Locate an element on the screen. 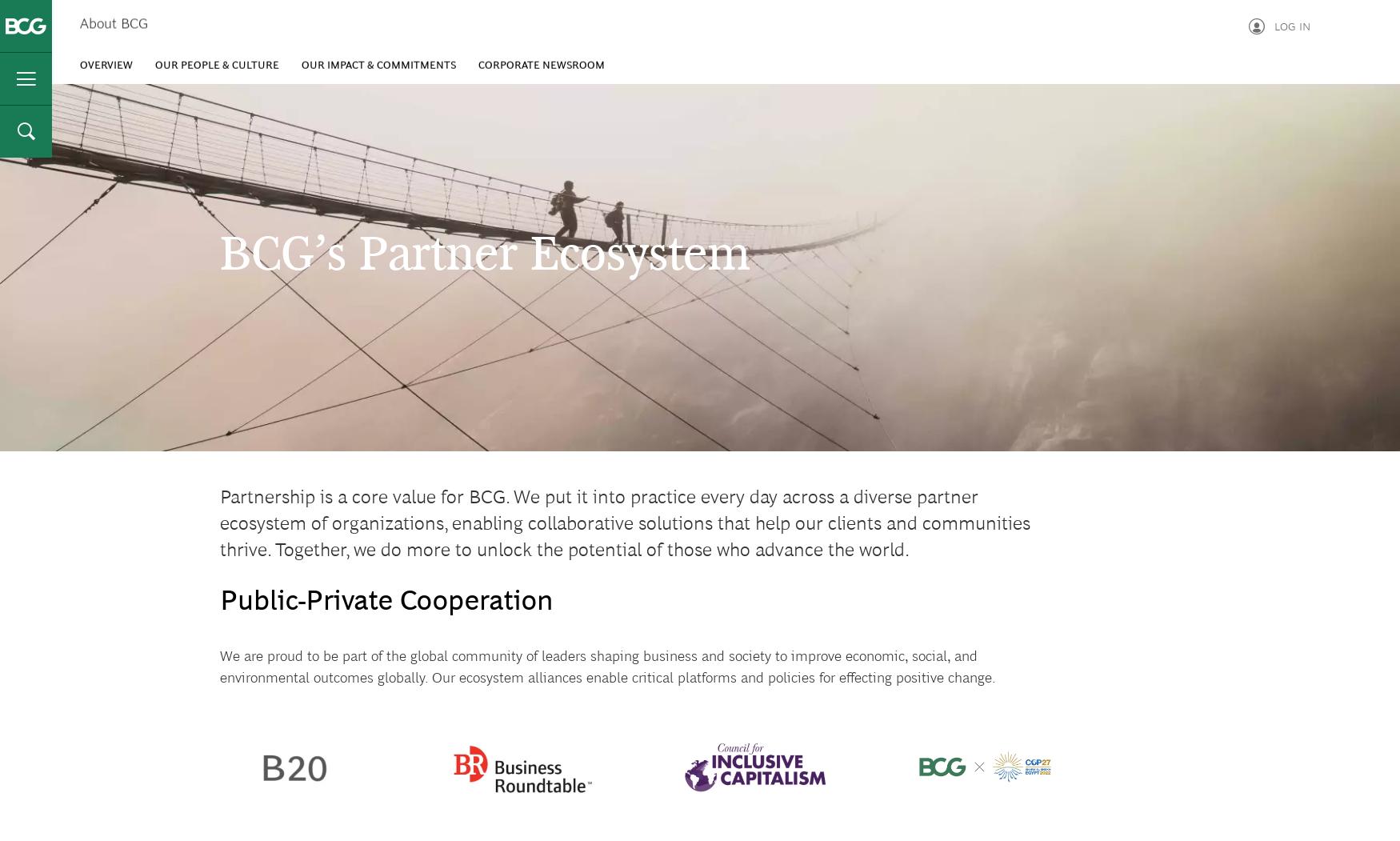 The height and width of the screenshot is (841, 1400). 'Our People & Culture' is located at coordinates (216, 72).